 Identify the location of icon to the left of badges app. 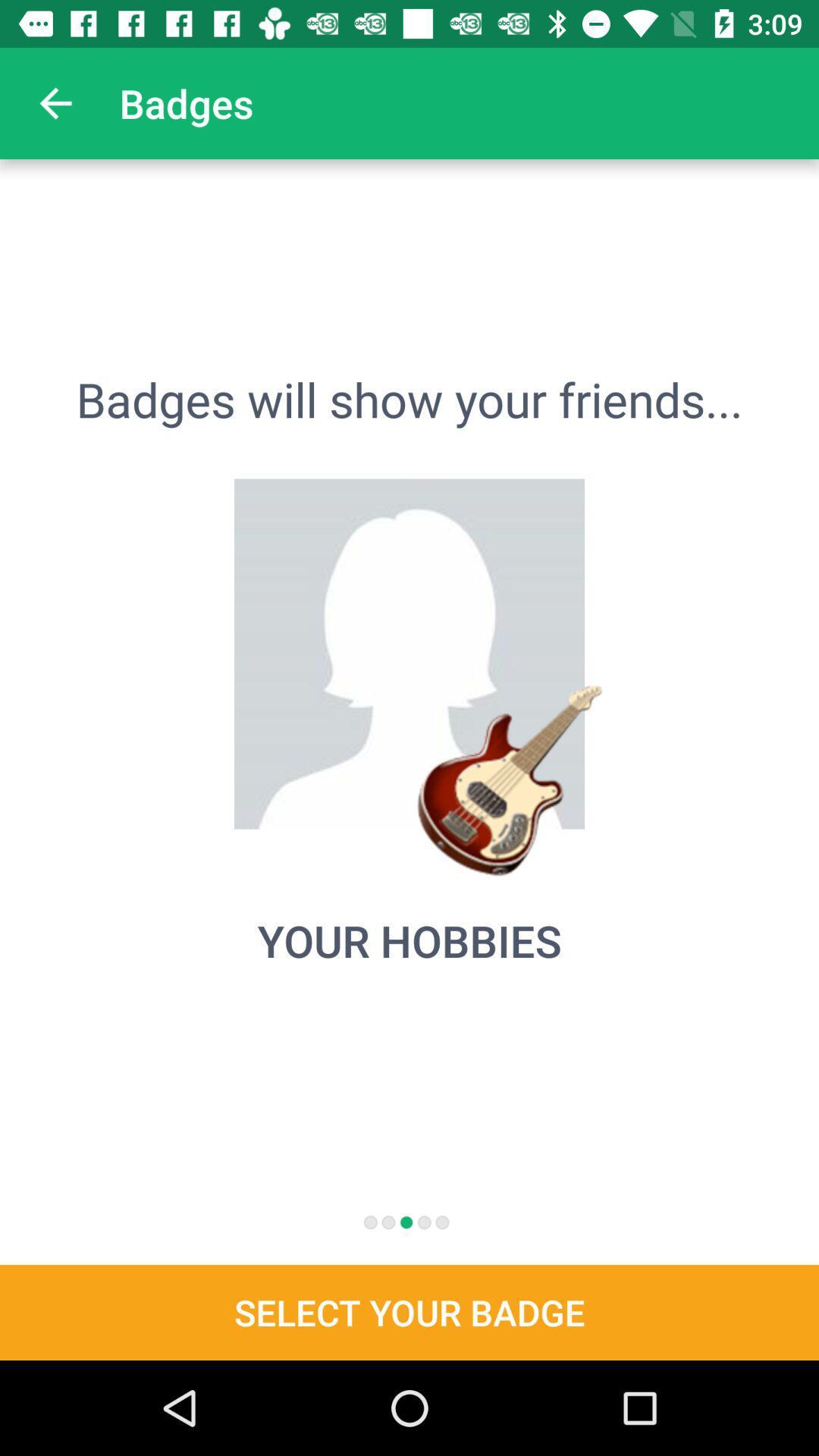
(55, 102).